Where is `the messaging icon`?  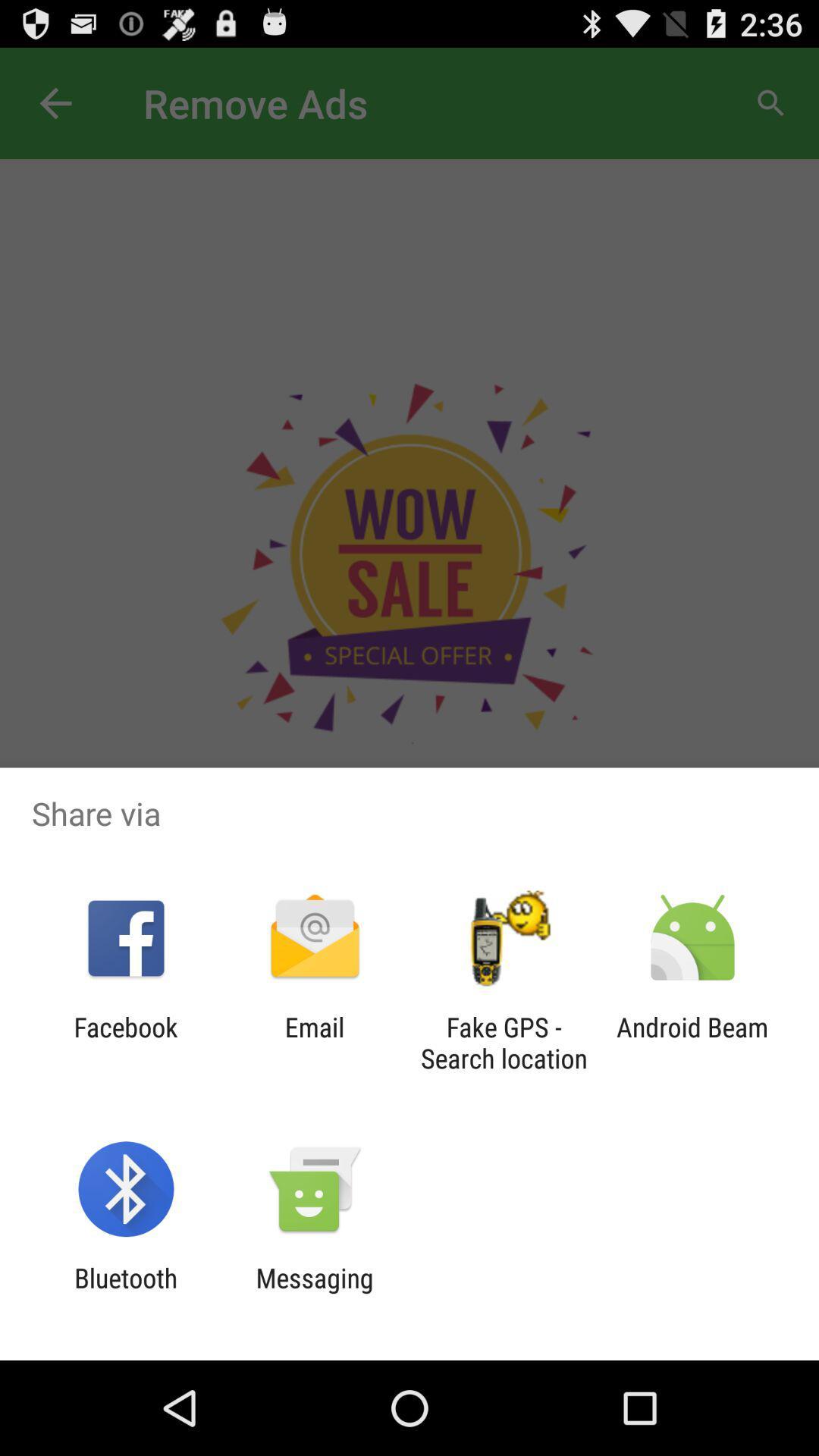 the messaging icon is located at coordinates (314, 1293).